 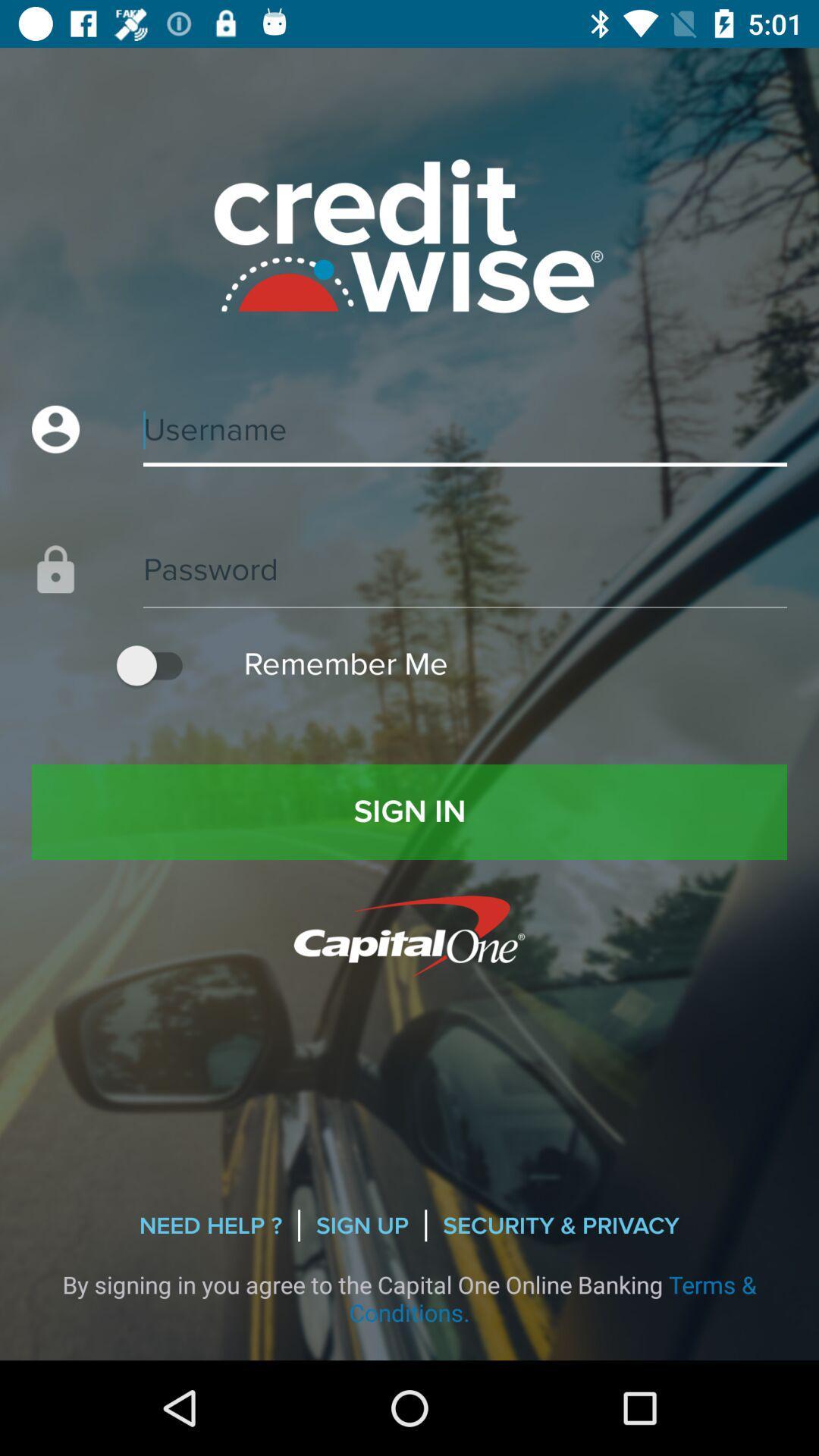 What do you see at coordinates (362, 1225) in the screenshot?
I see `sign up` at bounding box center [362, 1225].